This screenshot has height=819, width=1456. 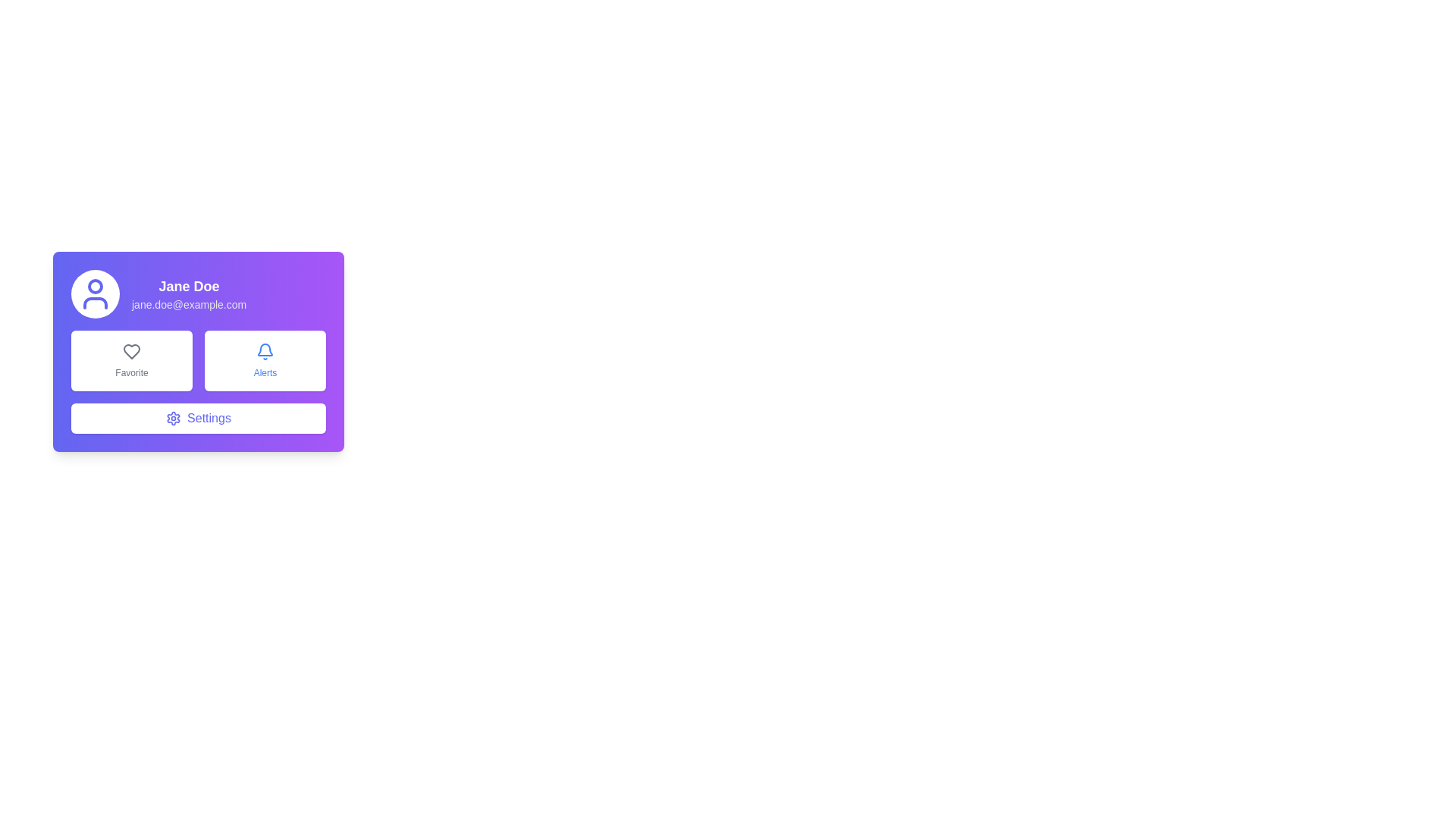 What do you see at coordinates (188, 304) in the screenshot?
I see `the text label displaying the email address 'jane.doe@example.com', which is styled with a small font and light gray color, located under the name 'Jane Doe' in a purple card-like component` at bounding box center [188, 304].